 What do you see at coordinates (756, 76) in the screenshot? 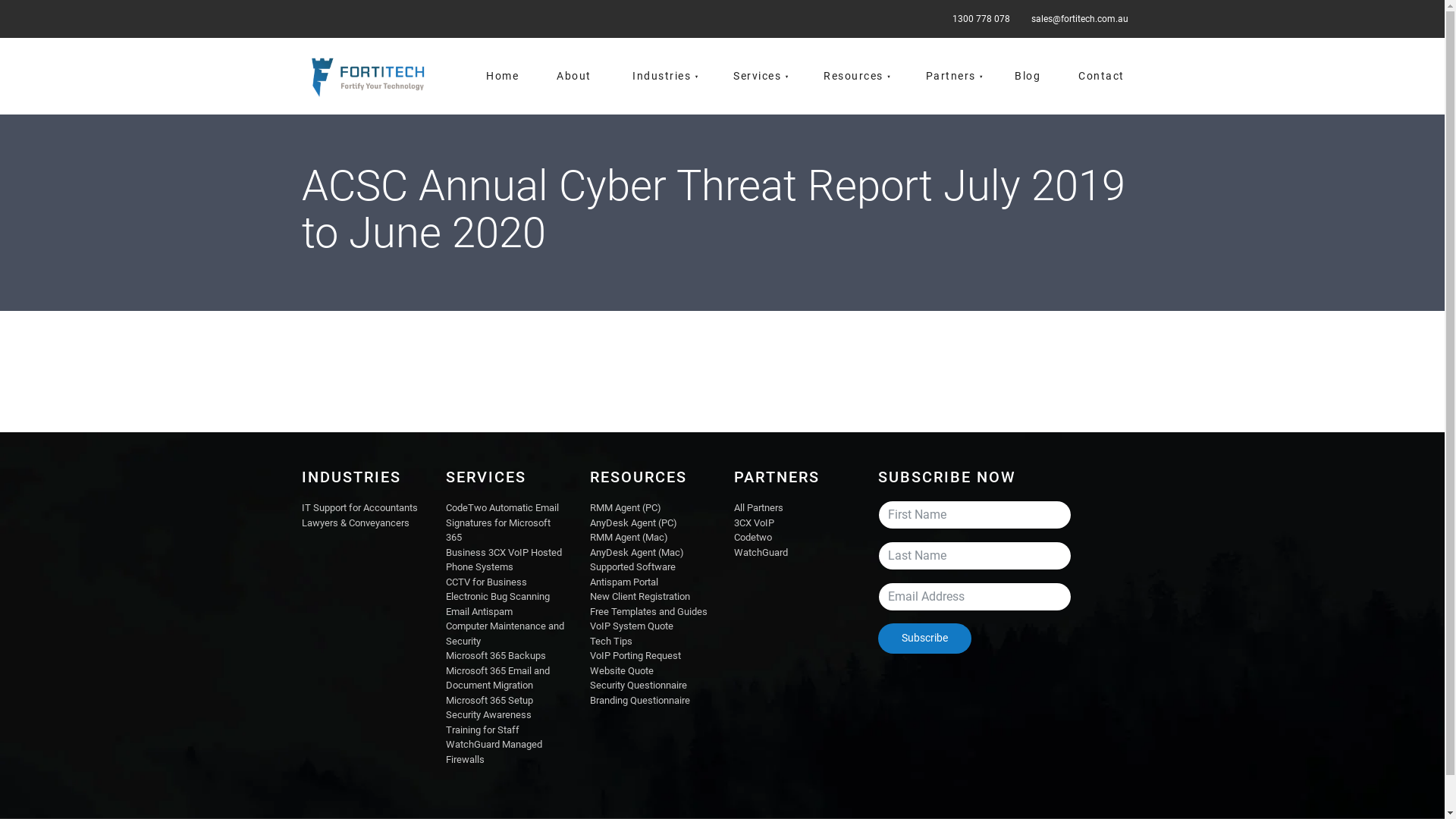
I see `'Services'` at bounding box center [756, 76].